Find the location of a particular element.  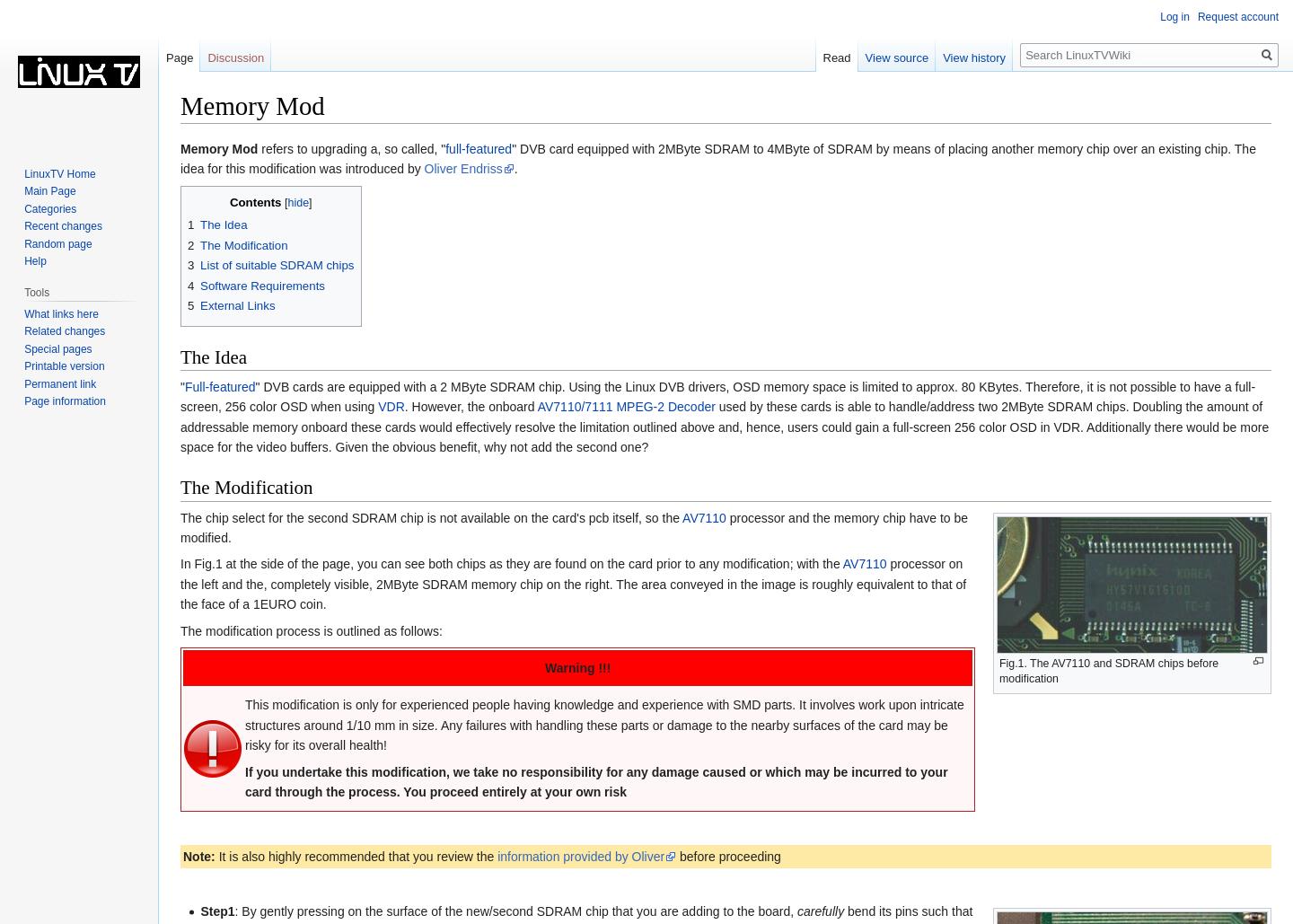

'processor and the memory chip have to be modified.' is located at coordinates (573, 526).